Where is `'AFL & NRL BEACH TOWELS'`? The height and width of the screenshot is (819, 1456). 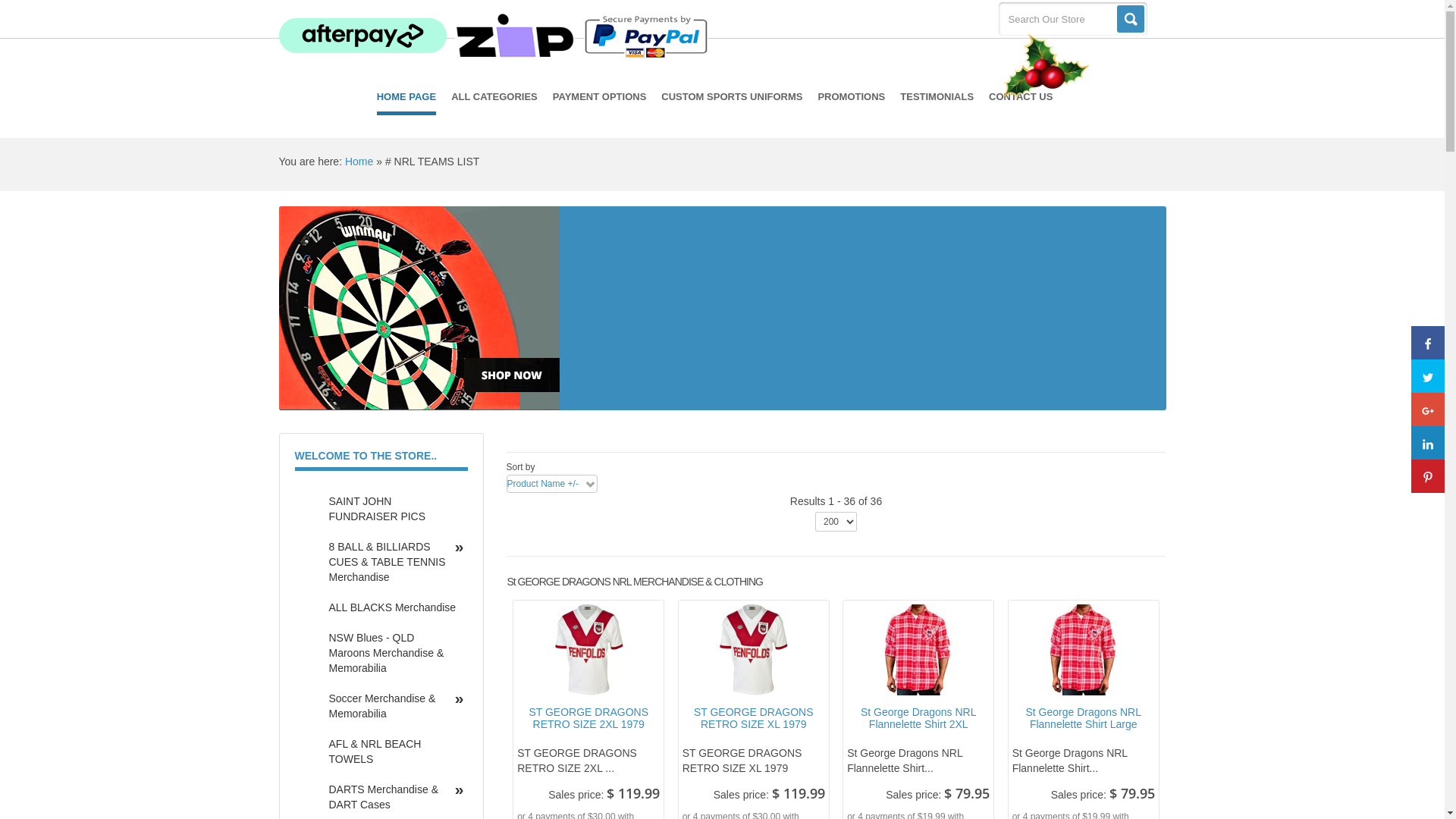
'AFL & NRL BEACH TOWELS' is located at coordinates (392, 752).